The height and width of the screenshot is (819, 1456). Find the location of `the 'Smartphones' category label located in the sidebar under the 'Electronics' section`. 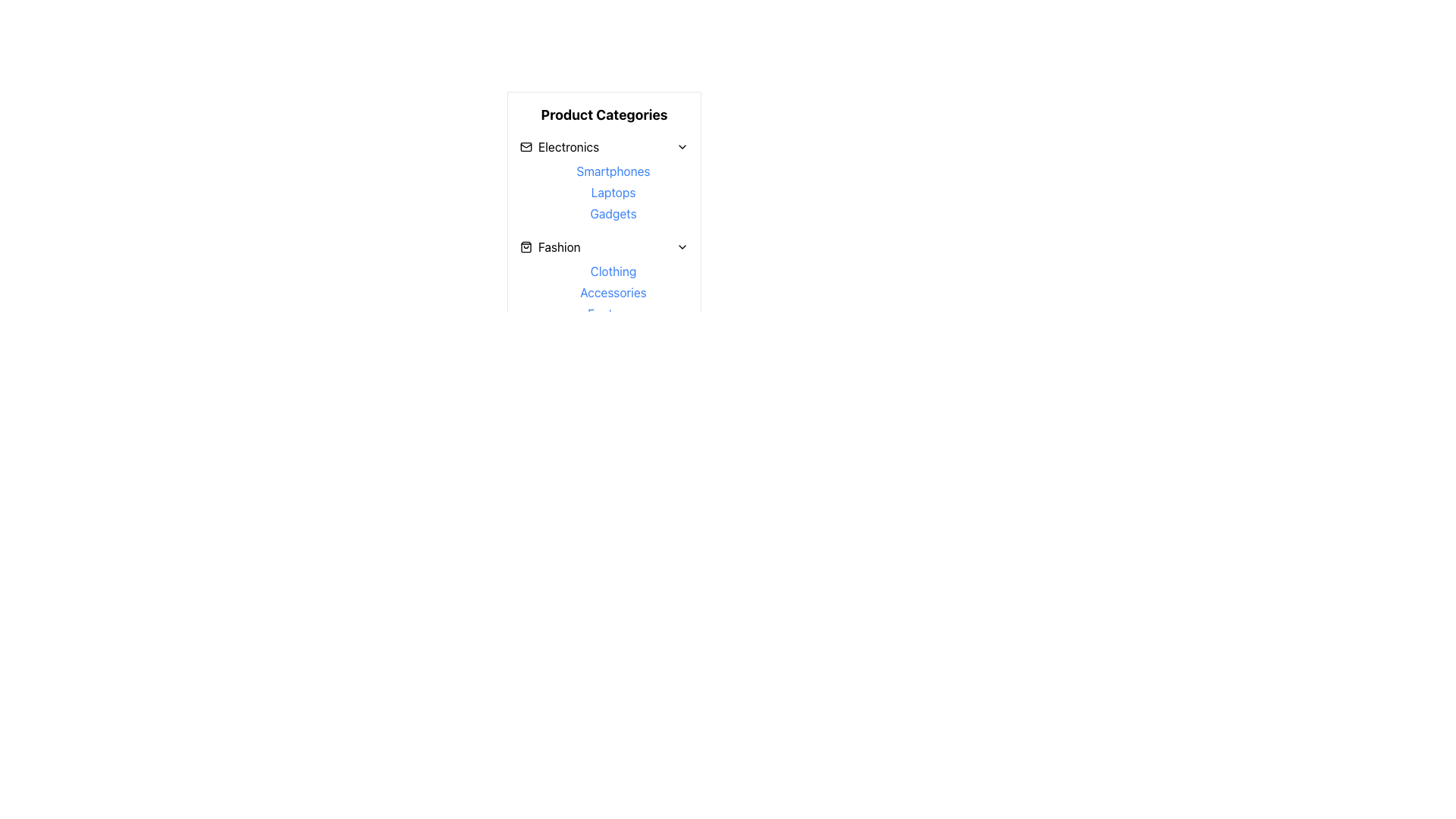

the 'Smartphones' category label located in the sidebar under the 'Electronics' section is located at coordinates (613, 171).